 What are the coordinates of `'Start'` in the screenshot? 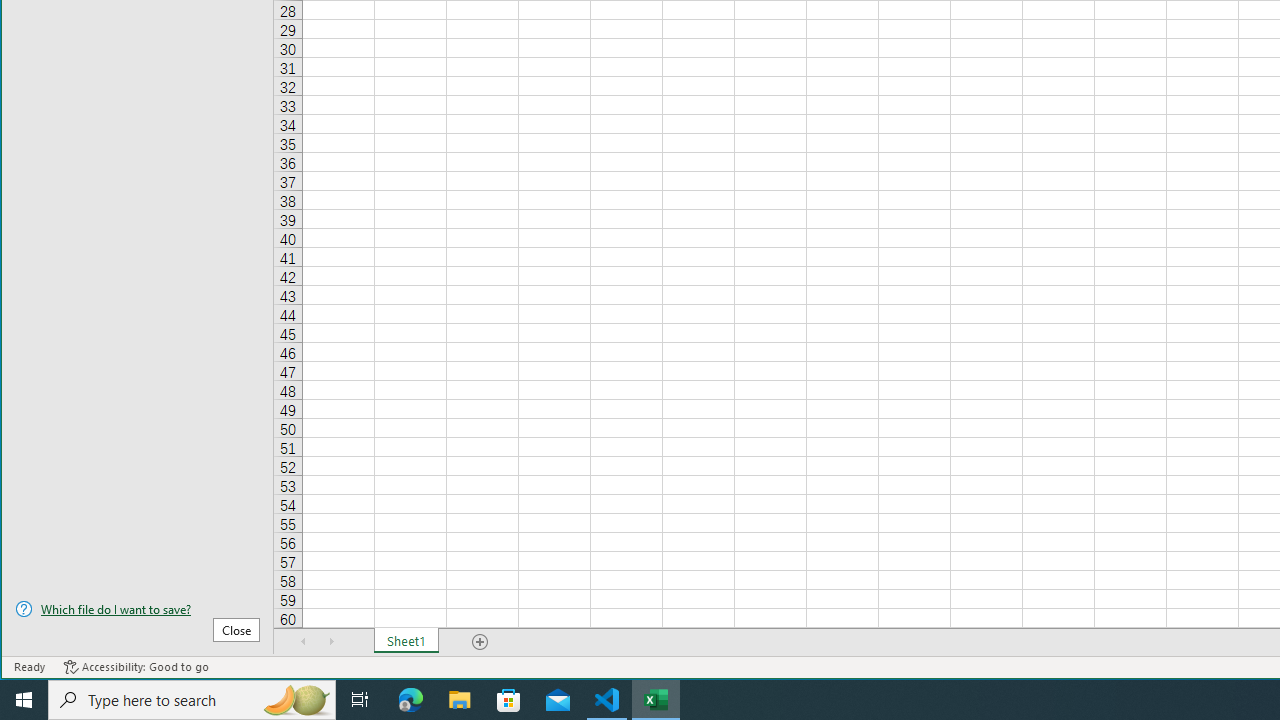 It's located at (24, 698).